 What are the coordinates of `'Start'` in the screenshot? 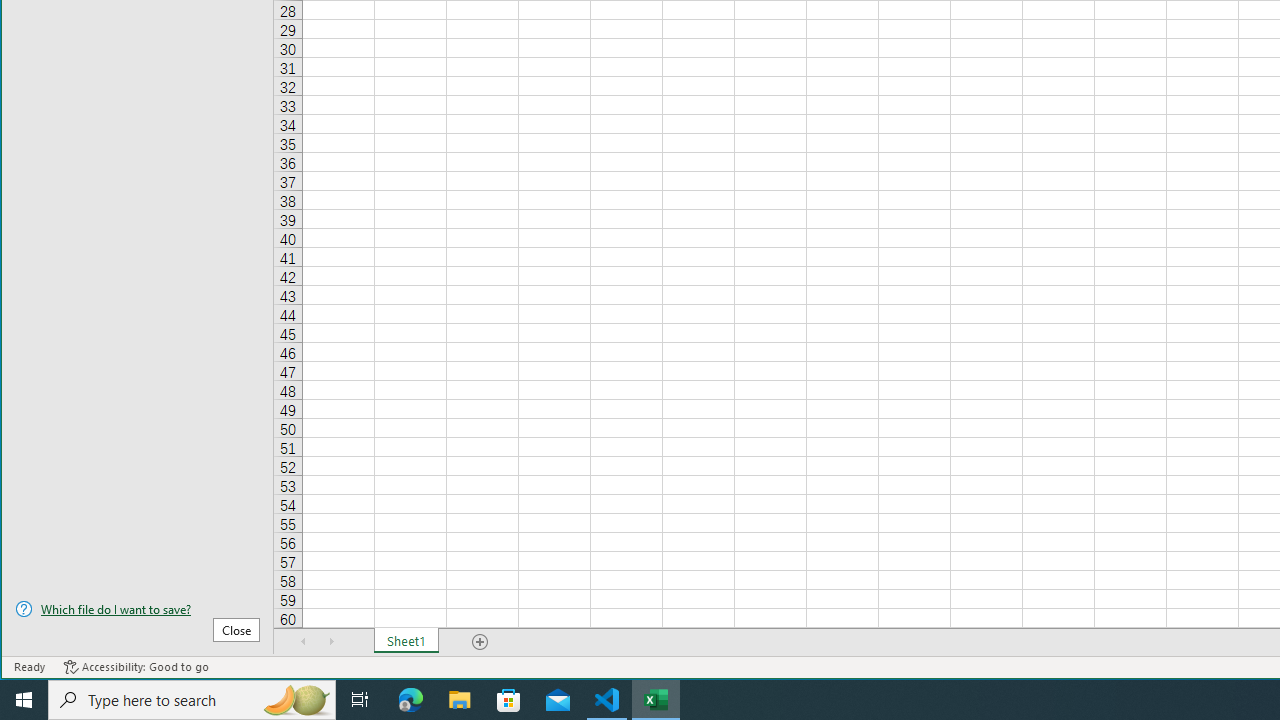 It's located at (24, 698).